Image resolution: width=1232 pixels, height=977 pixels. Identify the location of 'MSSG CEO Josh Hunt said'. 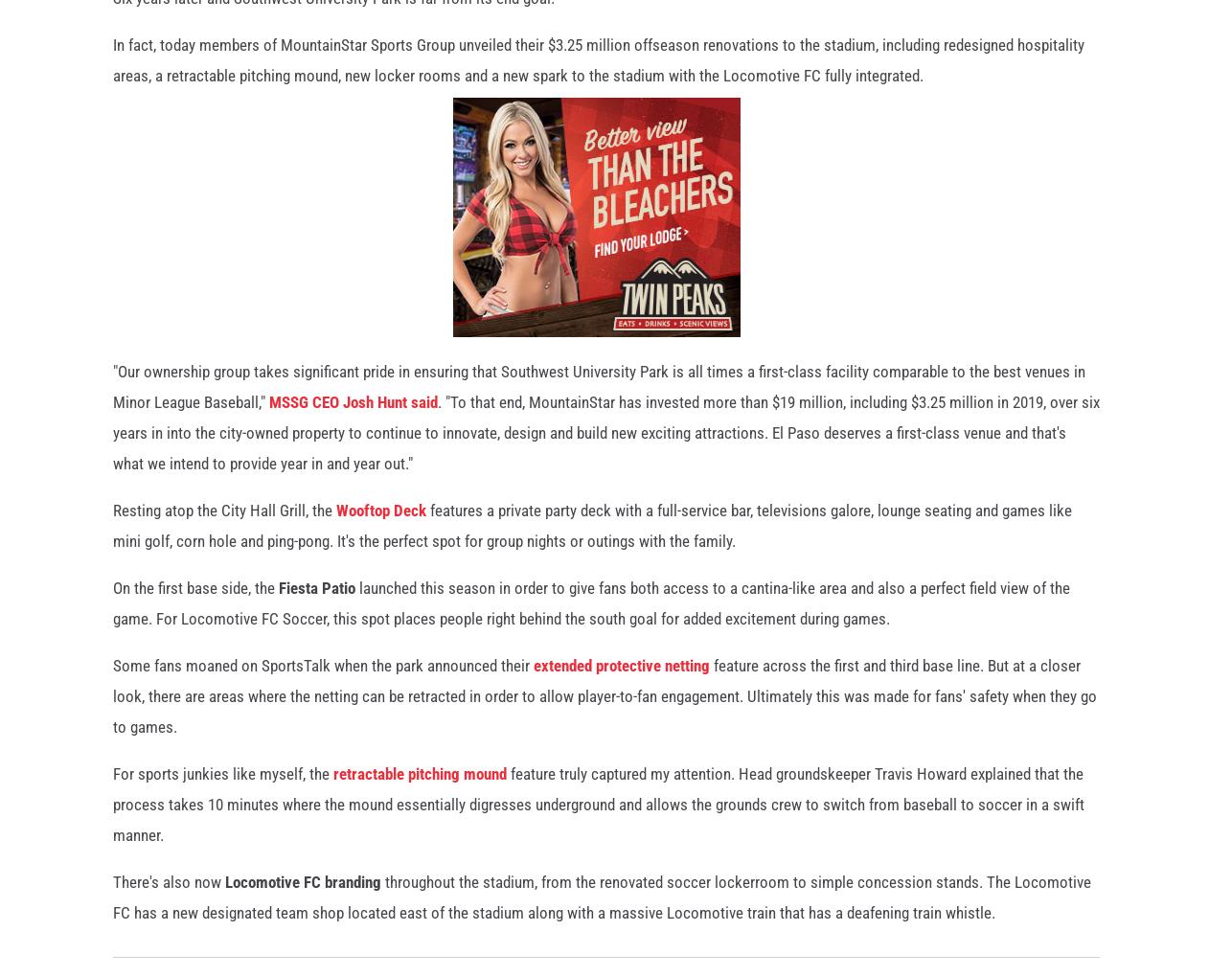
(352, 410).